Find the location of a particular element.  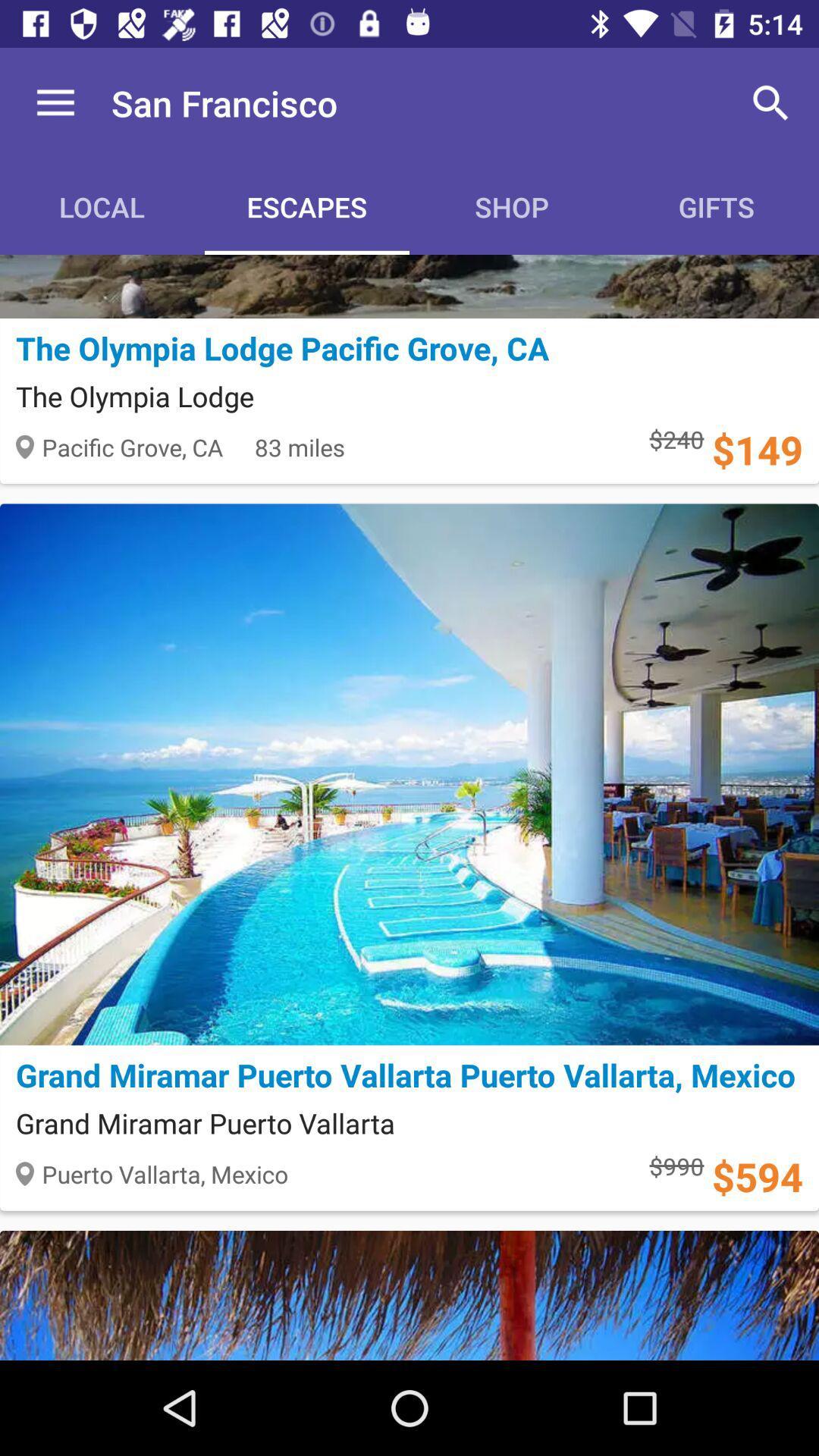

item next to san francisco icon is located at coordinates (771, 102).